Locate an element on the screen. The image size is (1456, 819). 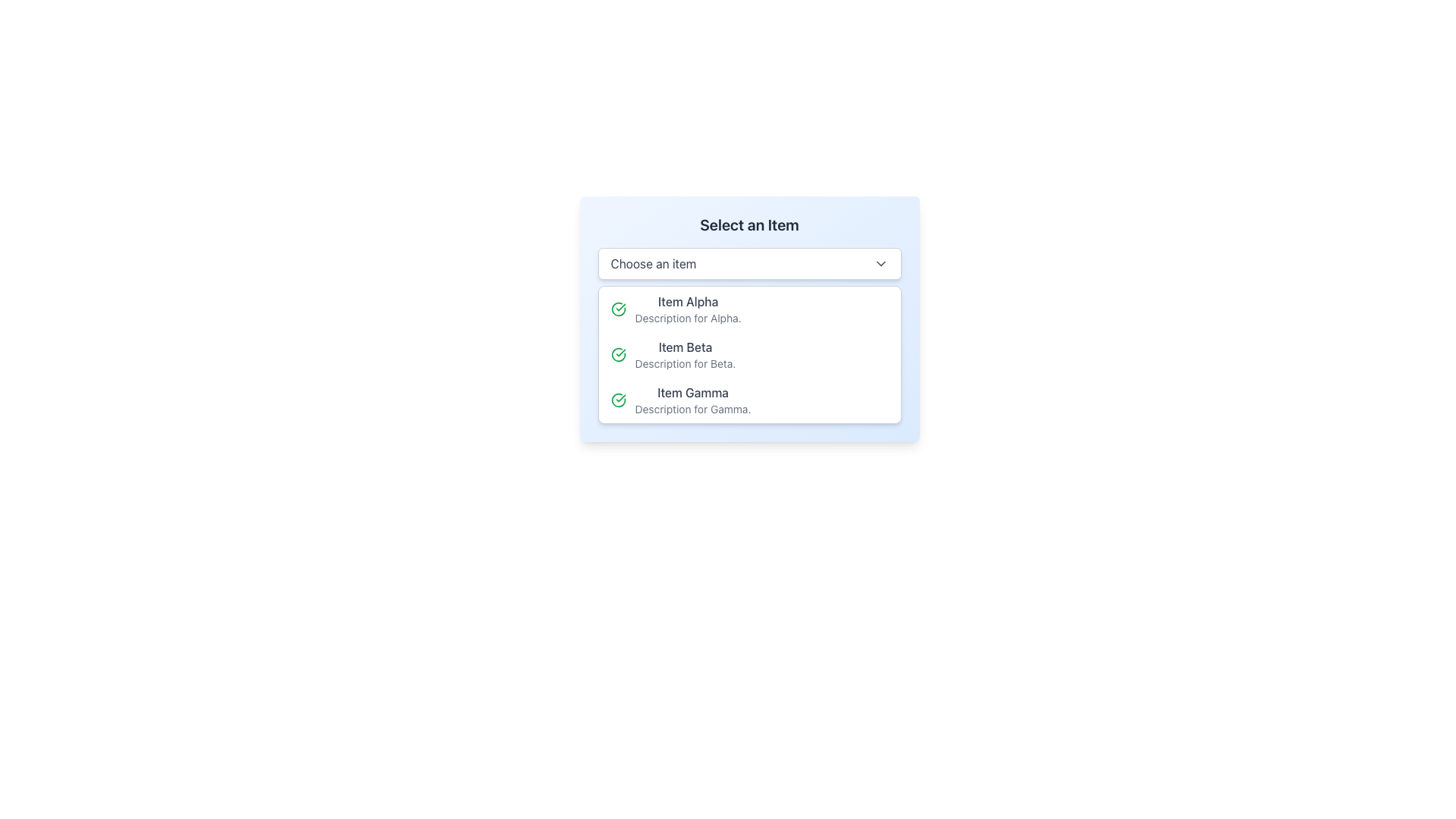
text label that displays 'Description for Beta.' located below the bold label 'Item Beta' in the dropdown menu is located at coordinates (684, 363).